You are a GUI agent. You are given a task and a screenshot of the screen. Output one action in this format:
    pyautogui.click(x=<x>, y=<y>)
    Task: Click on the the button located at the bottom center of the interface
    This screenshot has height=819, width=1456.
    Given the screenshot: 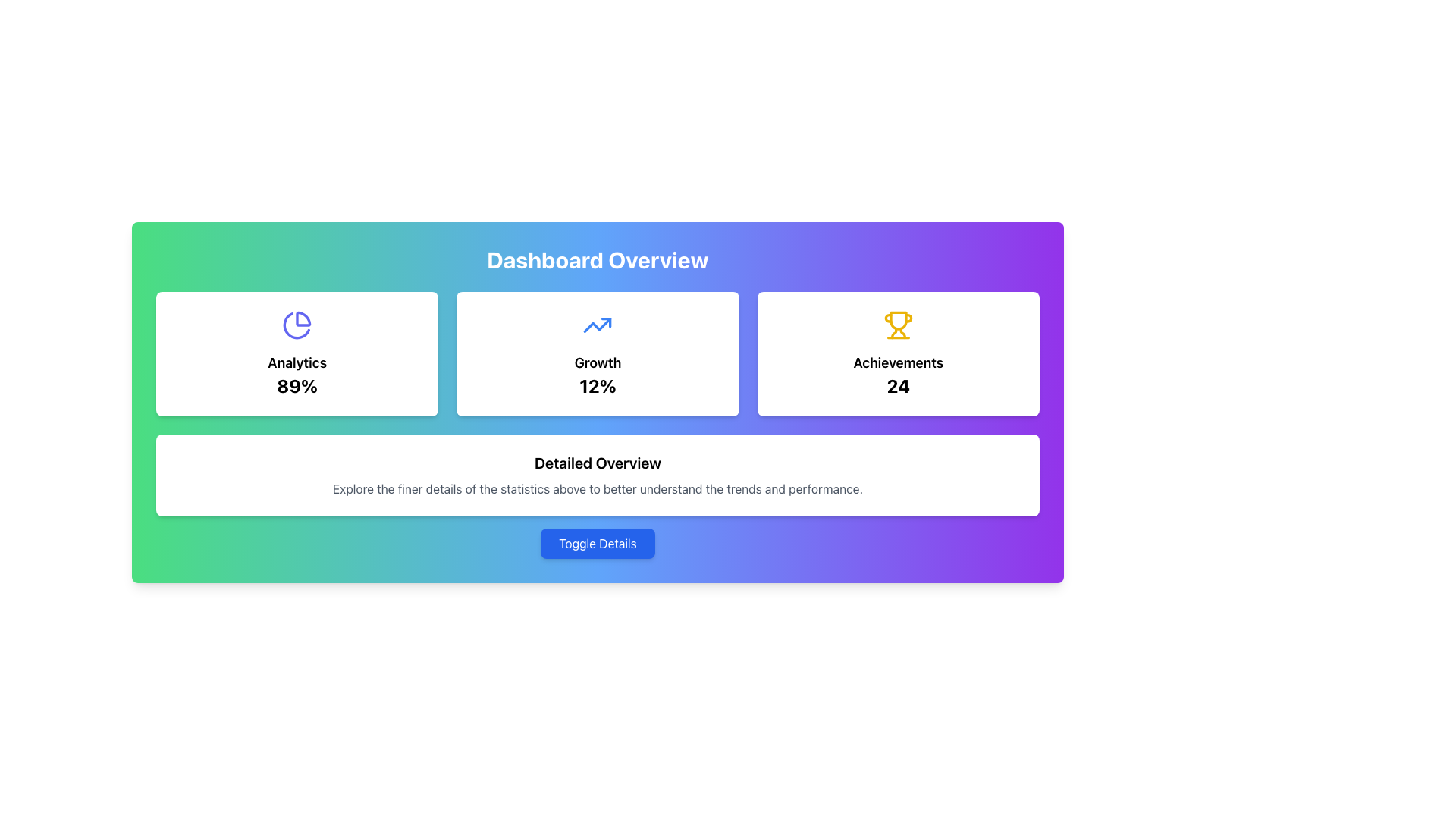 What is the action you would take?
    pyautogui.click(x=597, y=543)
    